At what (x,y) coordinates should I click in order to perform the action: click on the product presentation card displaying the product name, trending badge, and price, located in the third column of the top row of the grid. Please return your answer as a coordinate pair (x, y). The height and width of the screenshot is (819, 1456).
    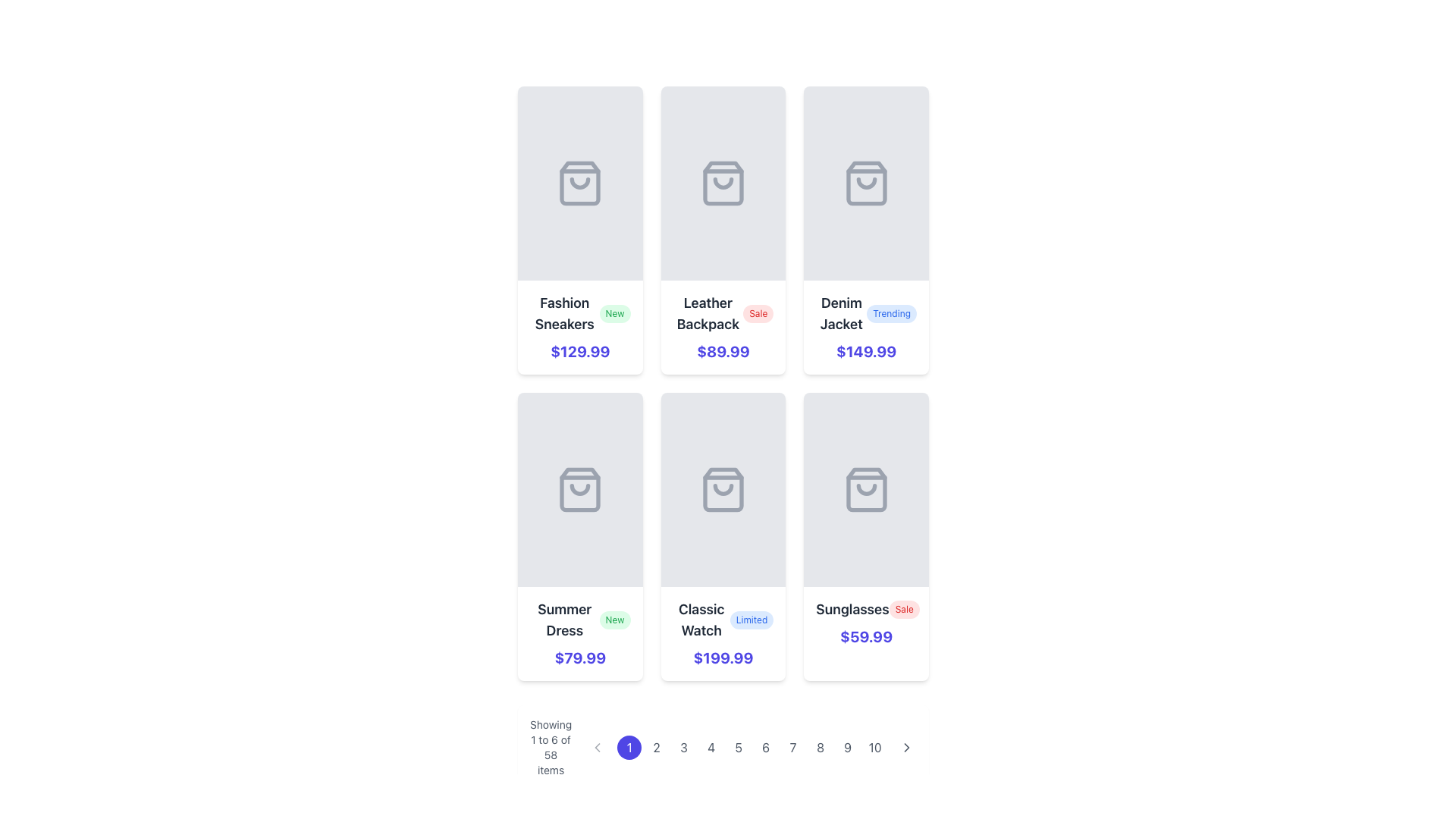
    Looking at the image, I should click on (866, 327).